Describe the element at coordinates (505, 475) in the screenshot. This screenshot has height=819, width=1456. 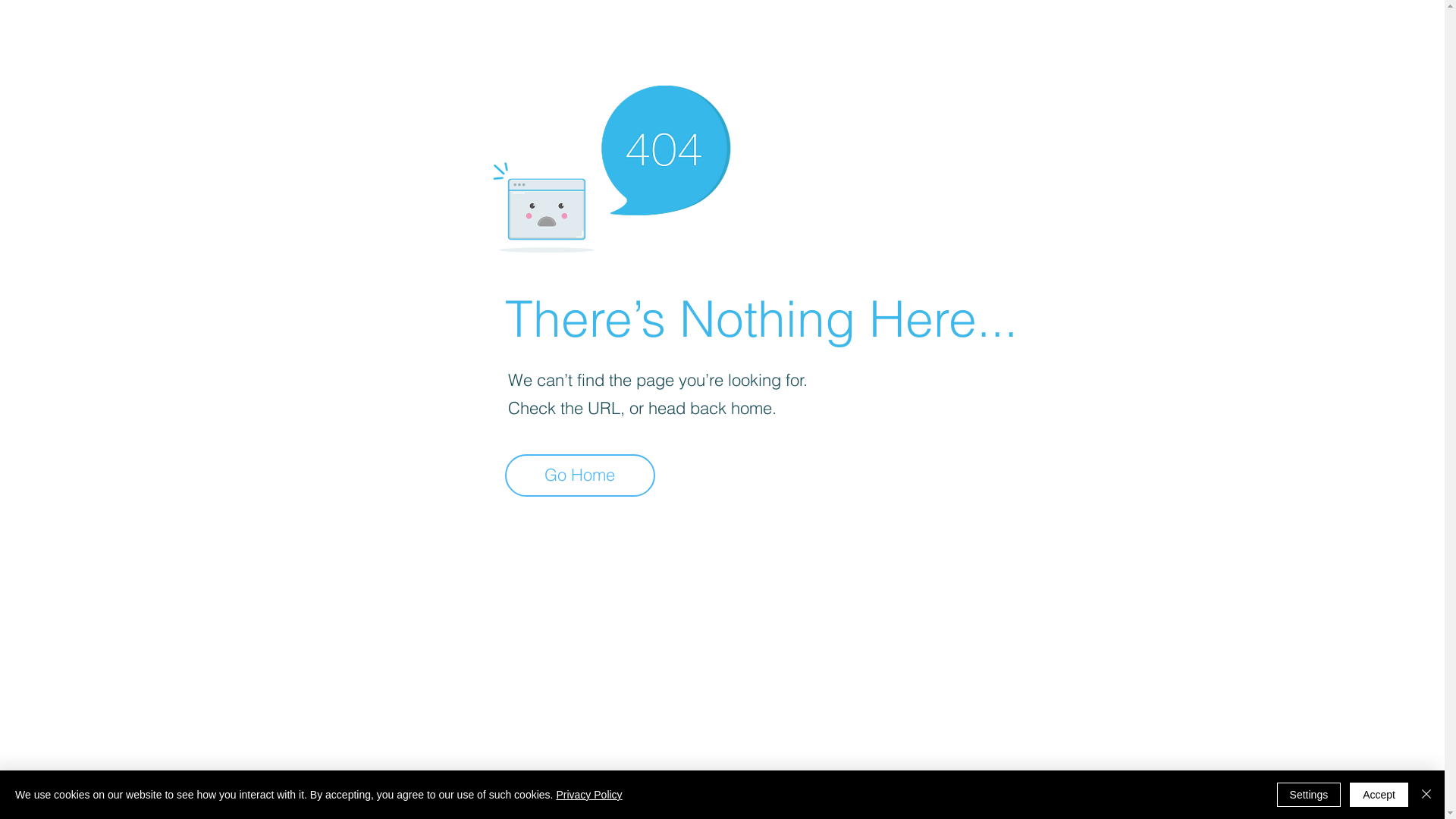
I see `'Go Home'` at that location.